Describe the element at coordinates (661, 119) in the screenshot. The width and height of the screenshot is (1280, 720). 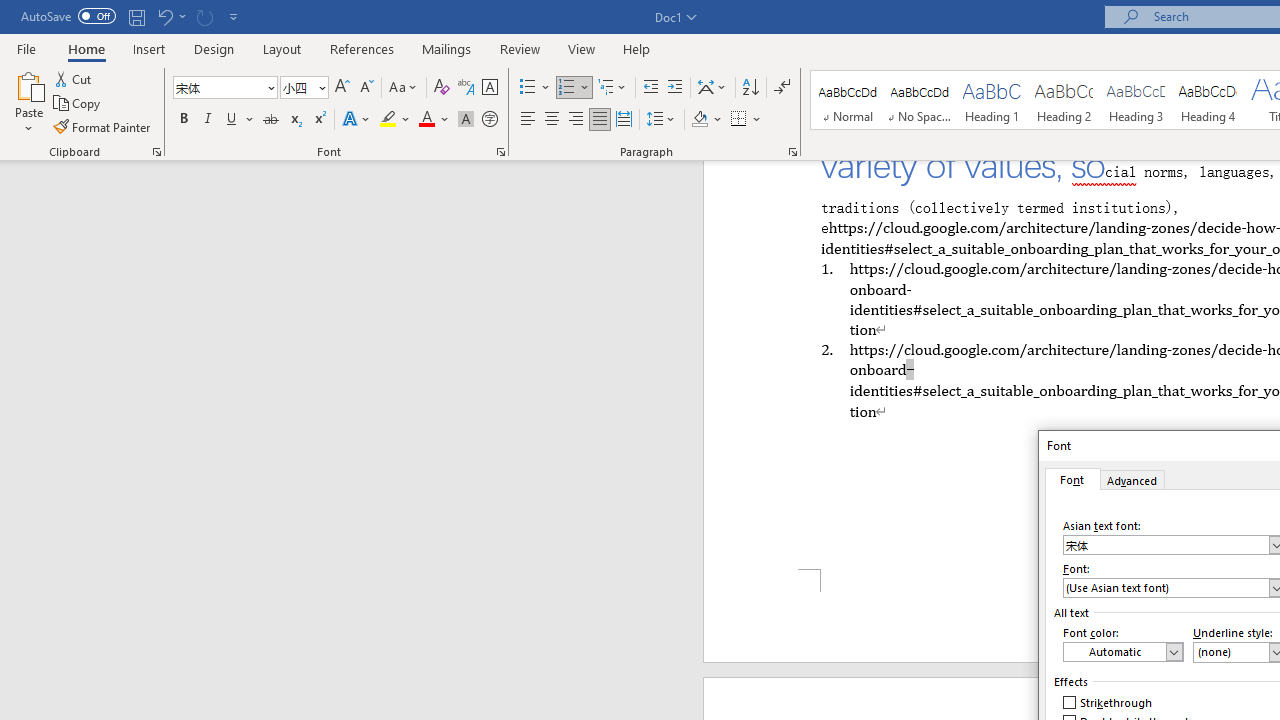
I see `'Line and Paragraph Spacing'` at that location.